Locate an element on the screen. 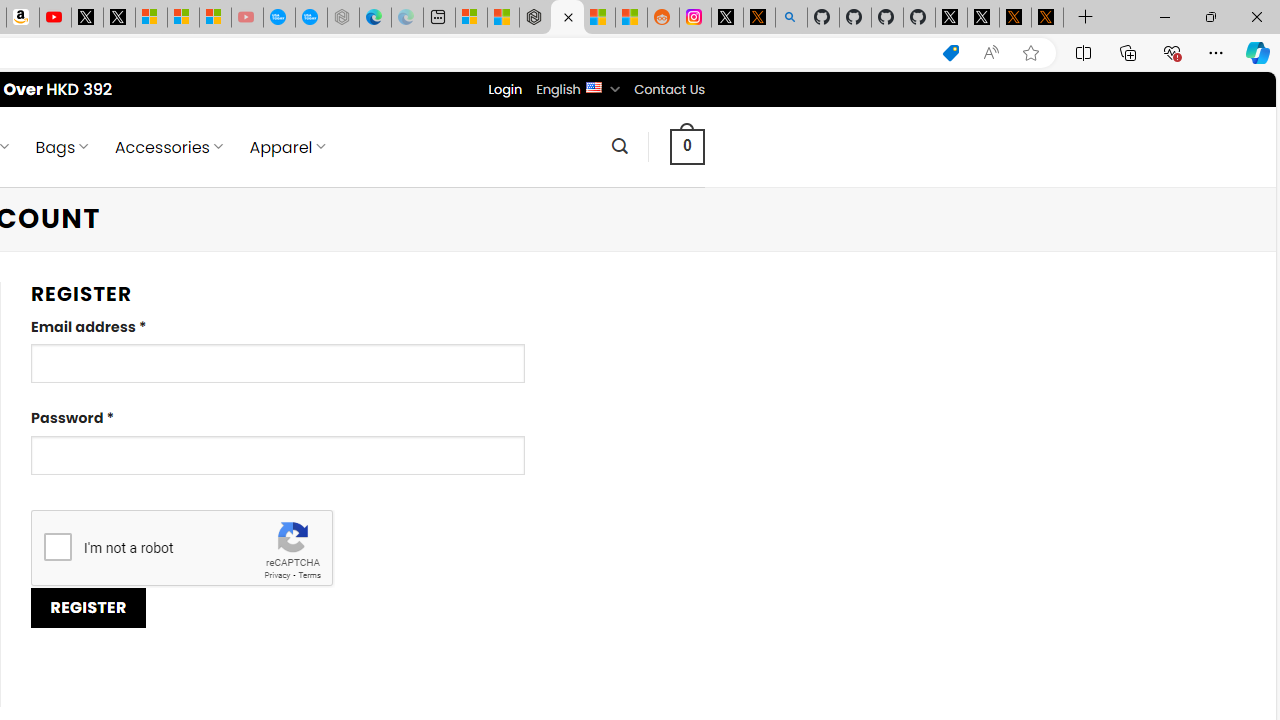 This screenshot has width=1280, height=720. 'Profile / X' is located at coordinates (950, 17).